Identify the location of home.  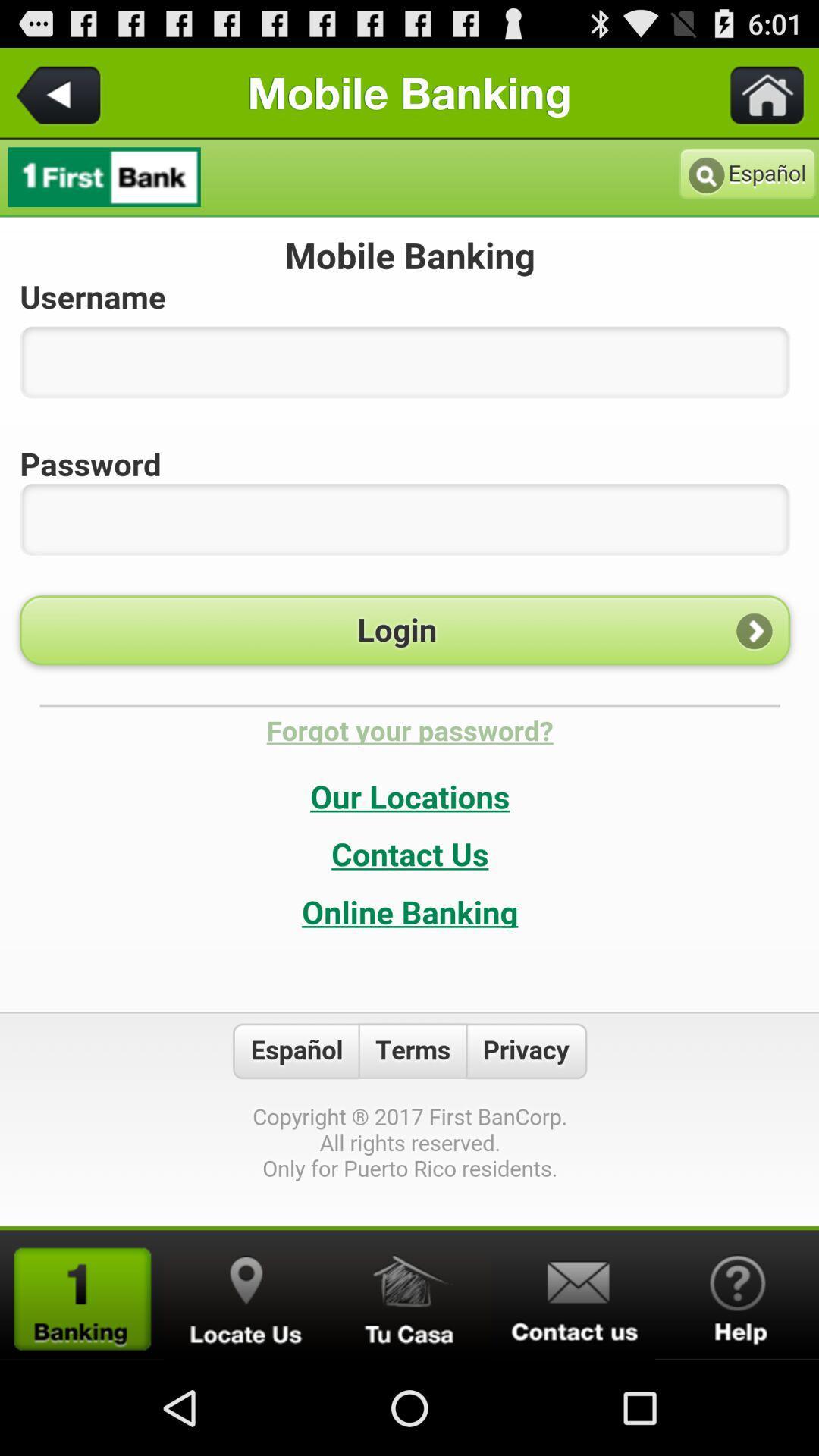
(758, 92).